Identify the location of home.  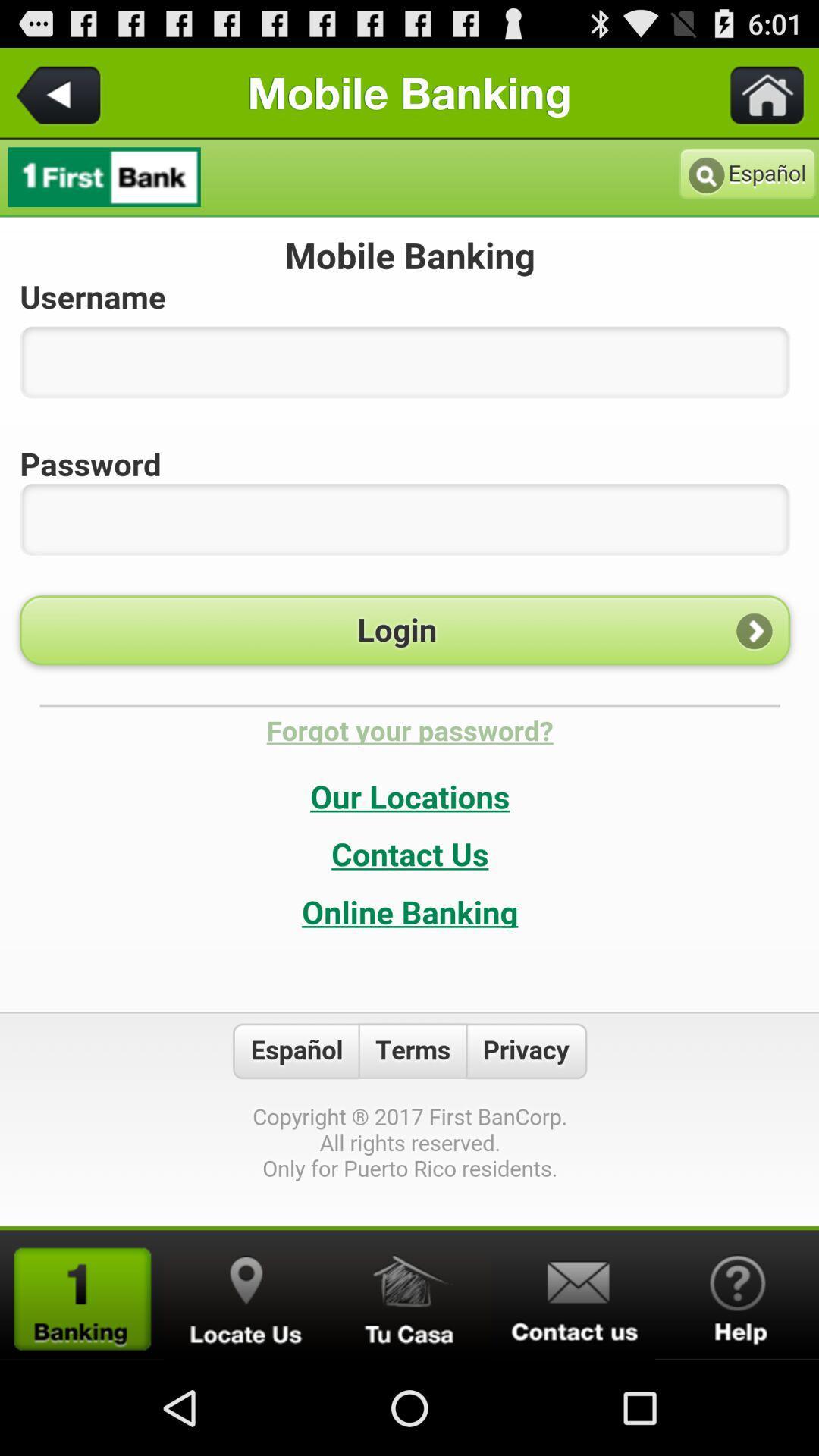
(758, 92).